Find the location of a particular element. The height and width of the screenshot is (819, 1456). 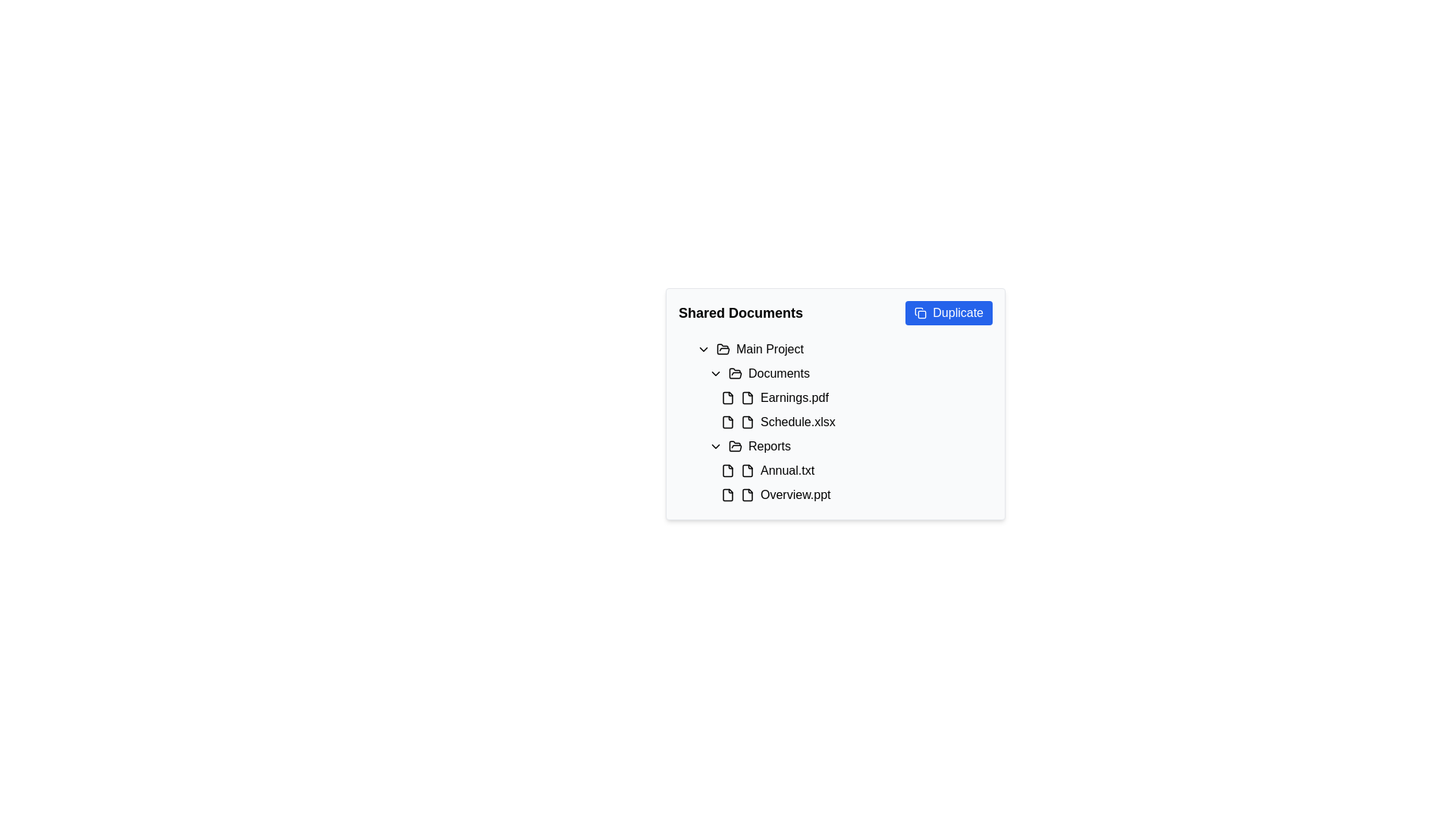

the file icon with an outline design located to the left of the 'Earnings.pdf' text in the document list is located at coordinates (728, 397).